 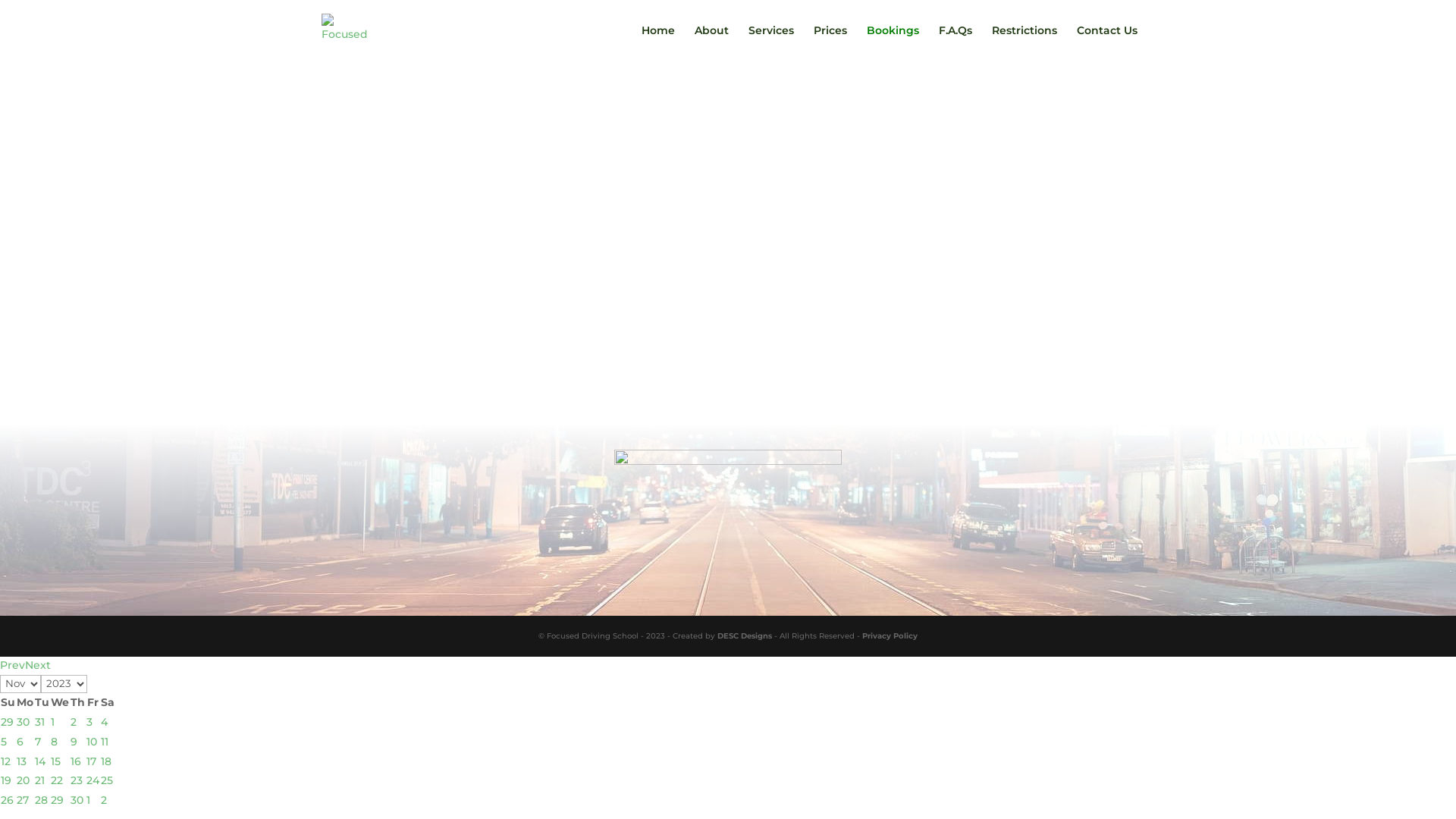 I want to click on '5', so click(x=3, y=741).